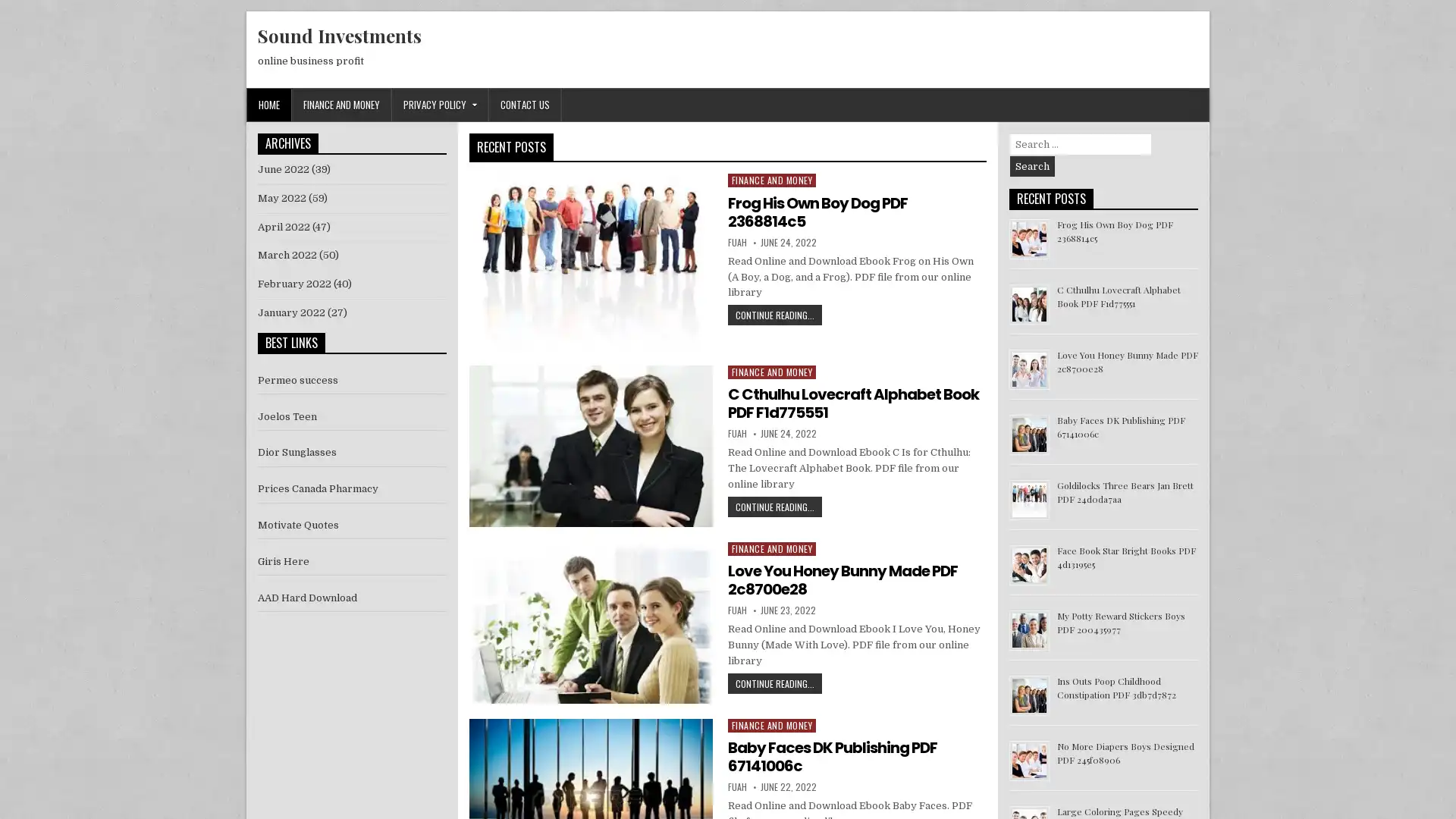 The height and width of the screenshot is (819, 1456). Describe the element at coordinates (1031, 166) in the screenshot. I see `Search` at that location.